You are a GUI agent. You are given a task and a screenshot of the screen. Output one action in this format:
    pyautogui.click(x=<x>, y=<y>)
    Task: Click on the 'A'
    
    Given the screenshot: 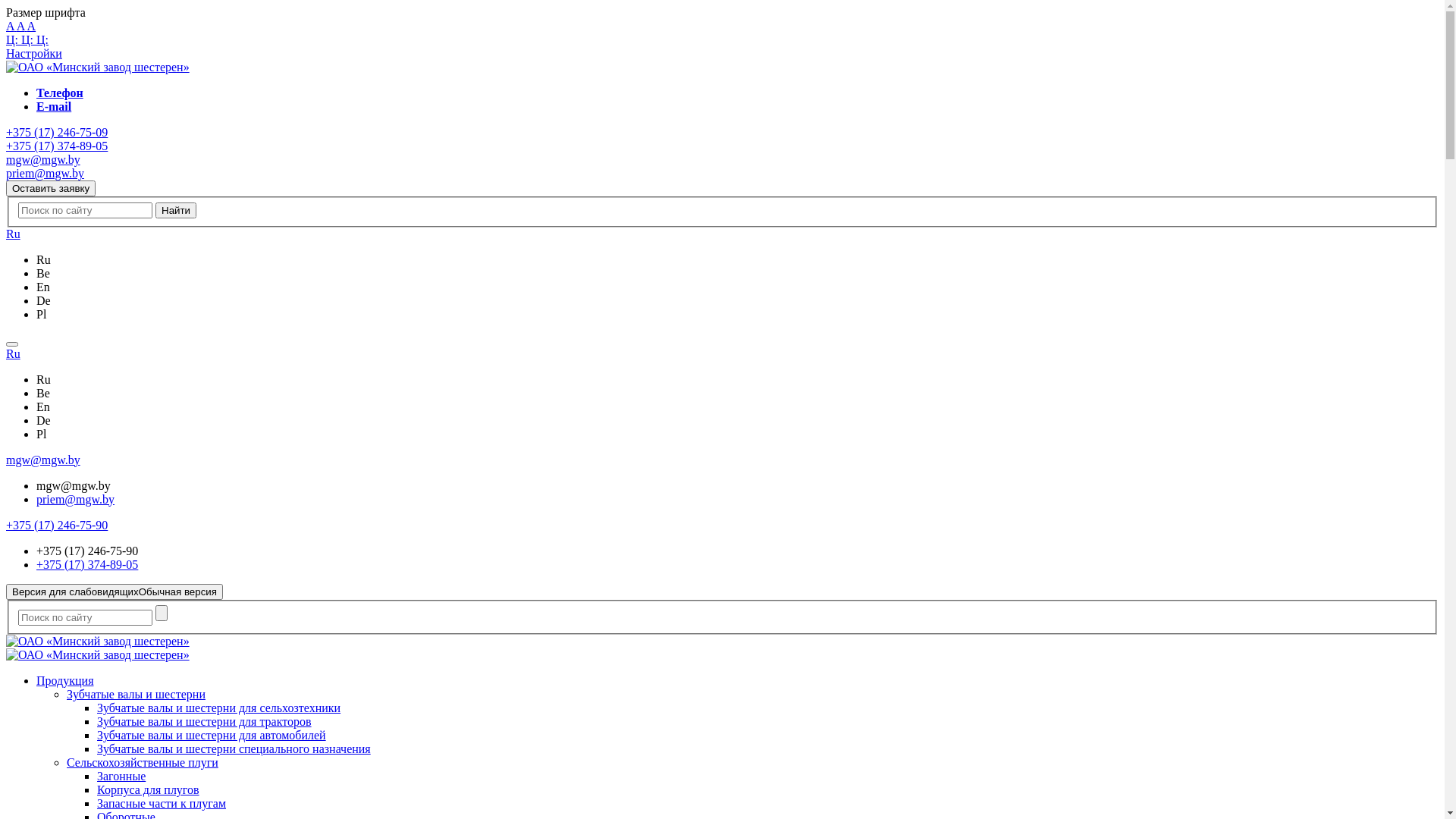 What is the action you would take?
    pyautogui.click(x=27, y=26)
    